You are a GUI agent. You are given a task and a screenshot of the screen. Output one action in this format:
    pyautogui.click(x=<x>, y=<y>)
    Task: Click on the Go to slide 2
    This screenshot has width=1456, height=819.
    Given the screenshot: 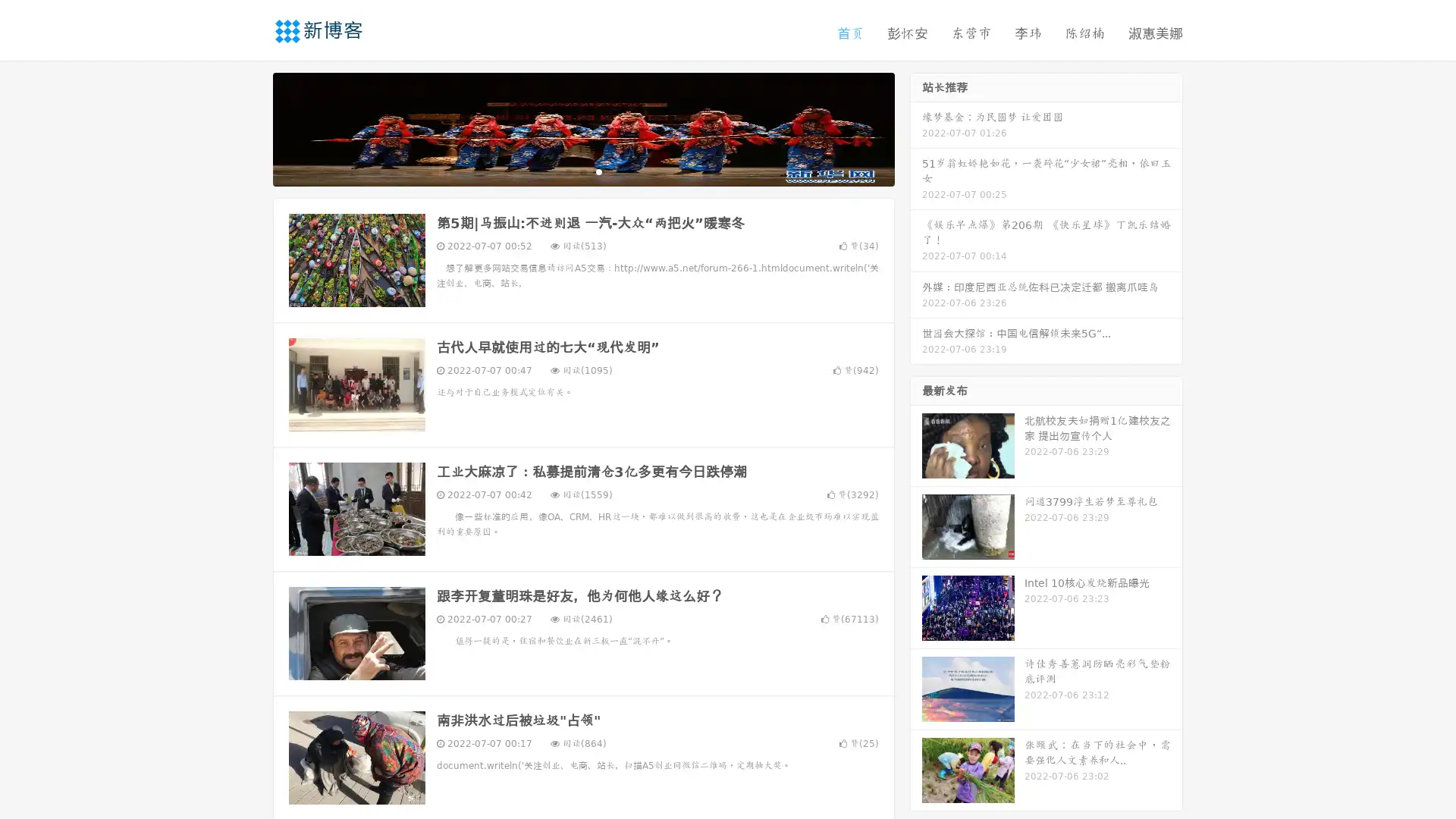 What is the action you would take?
    pyautogui.click(x=582, y=171)
    